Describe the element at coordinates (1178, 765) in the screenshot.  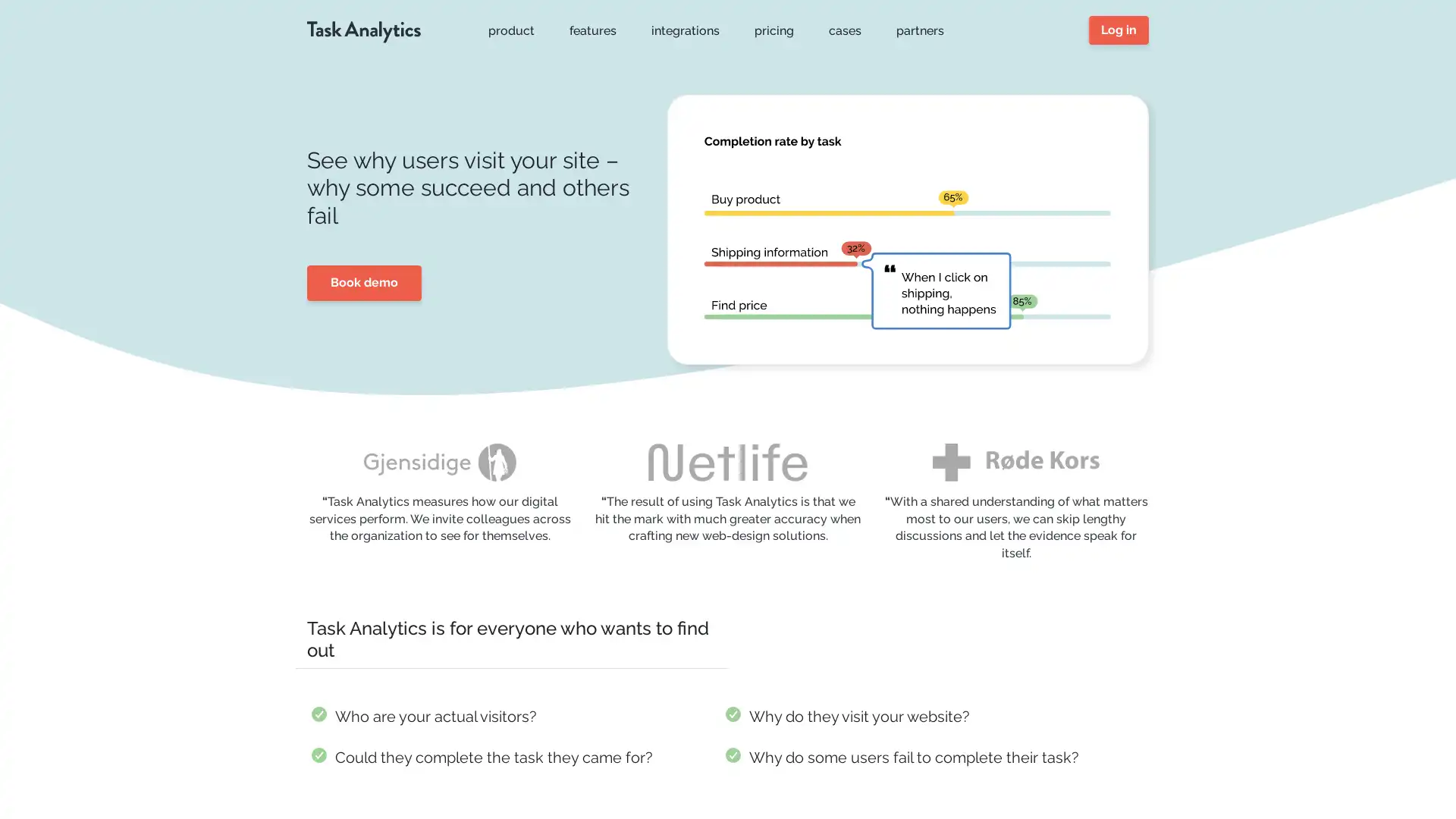
I see `Ok` at that location.